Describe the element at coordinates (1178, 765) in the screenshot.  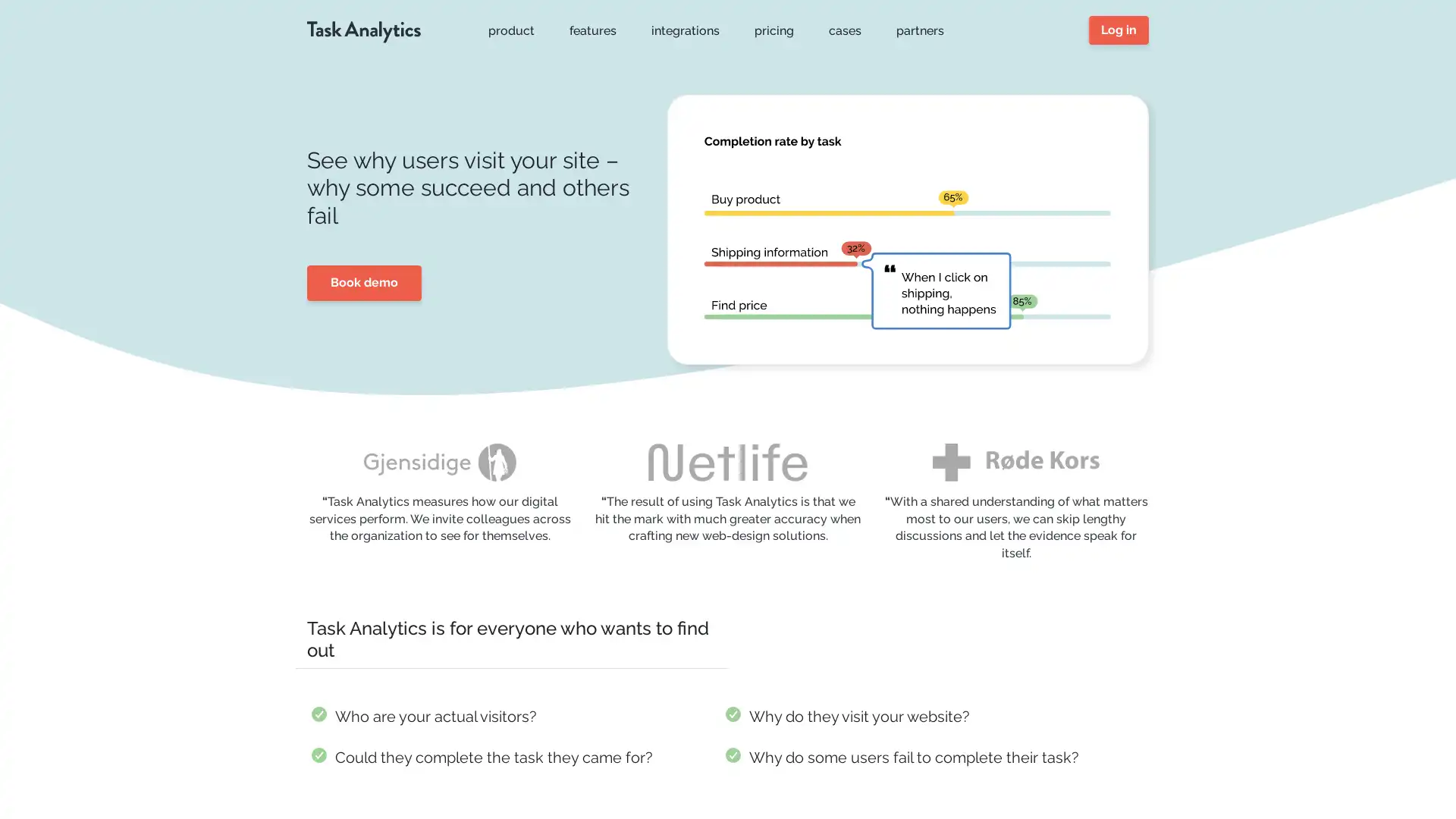
I see `Ok` at that location.